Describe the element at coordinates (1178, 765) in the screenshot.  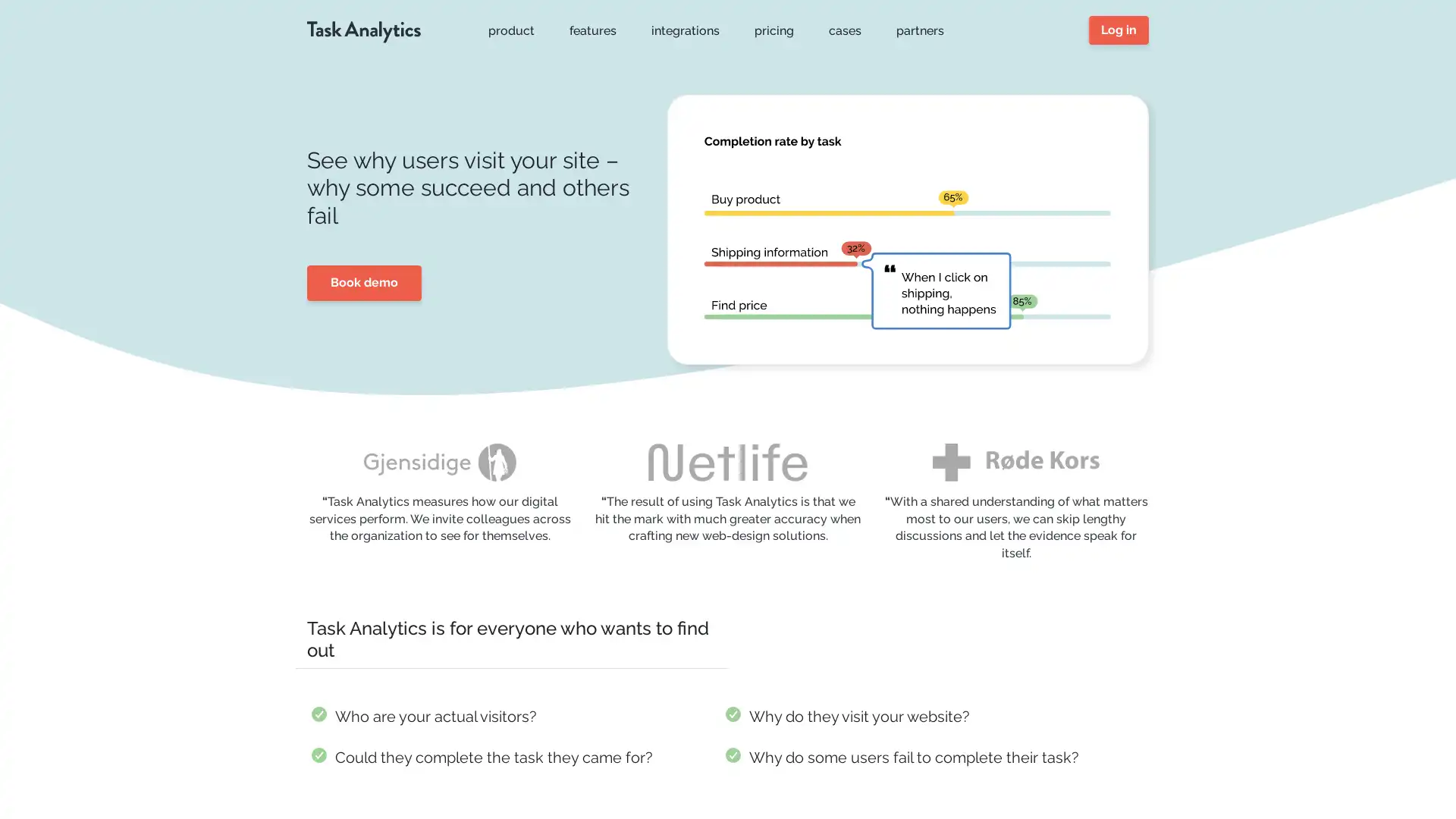
I see `Ok` at that location.